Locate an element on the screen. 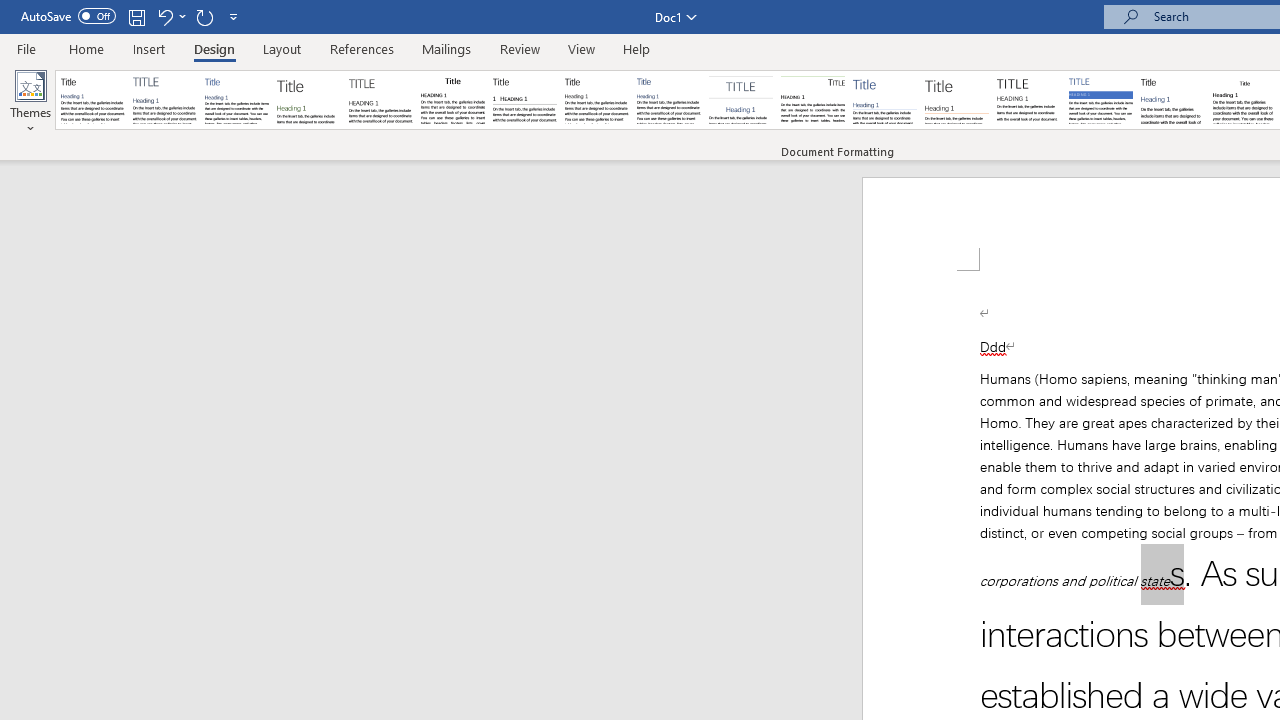 The width and height of the screenshot is (1280, 720). 'Lines (Stylish)' is located at coordinates (956, 100).